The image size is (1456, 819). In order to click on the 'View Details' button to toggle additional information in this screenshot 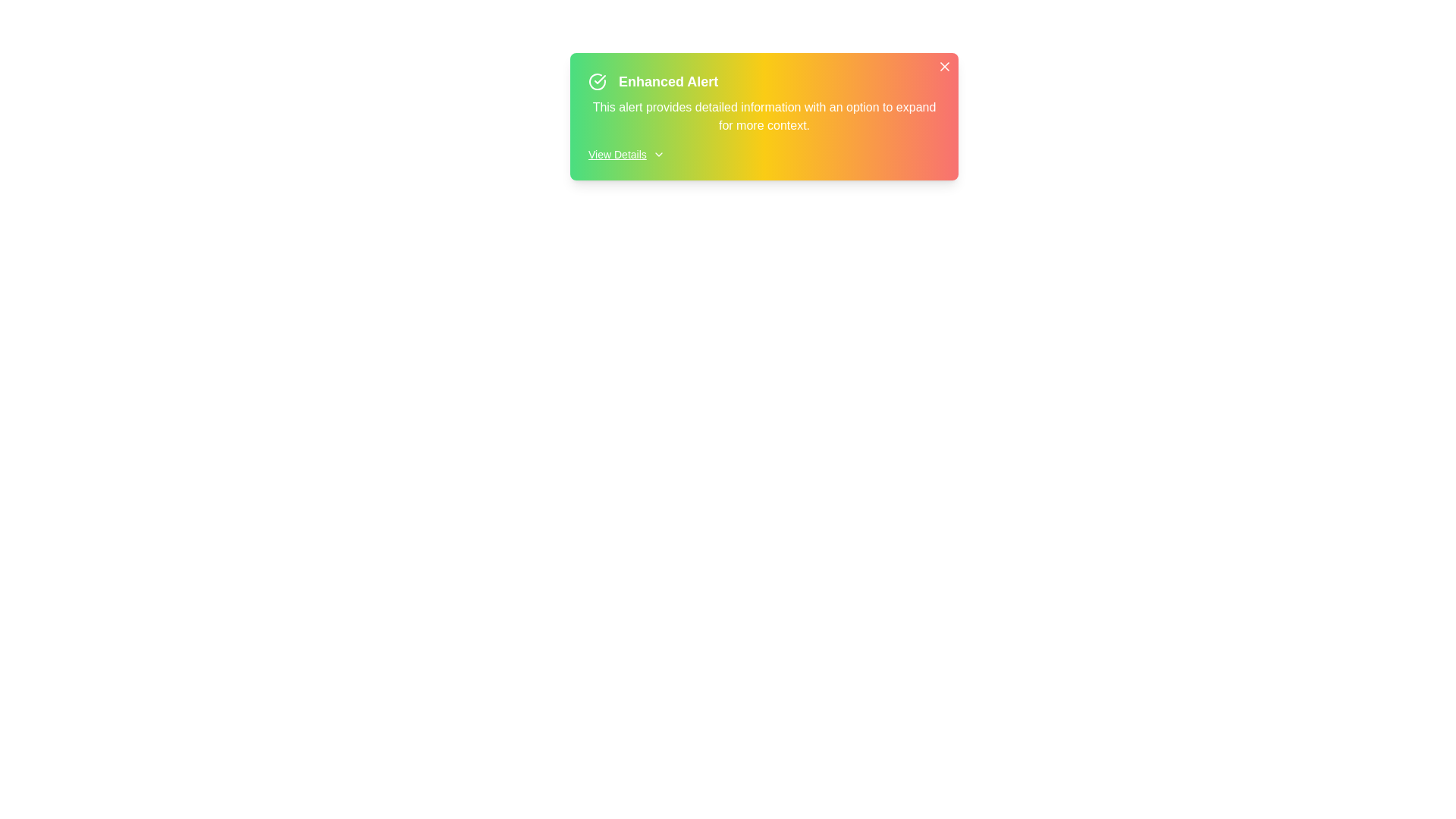, I will do `click(626, 155)`.